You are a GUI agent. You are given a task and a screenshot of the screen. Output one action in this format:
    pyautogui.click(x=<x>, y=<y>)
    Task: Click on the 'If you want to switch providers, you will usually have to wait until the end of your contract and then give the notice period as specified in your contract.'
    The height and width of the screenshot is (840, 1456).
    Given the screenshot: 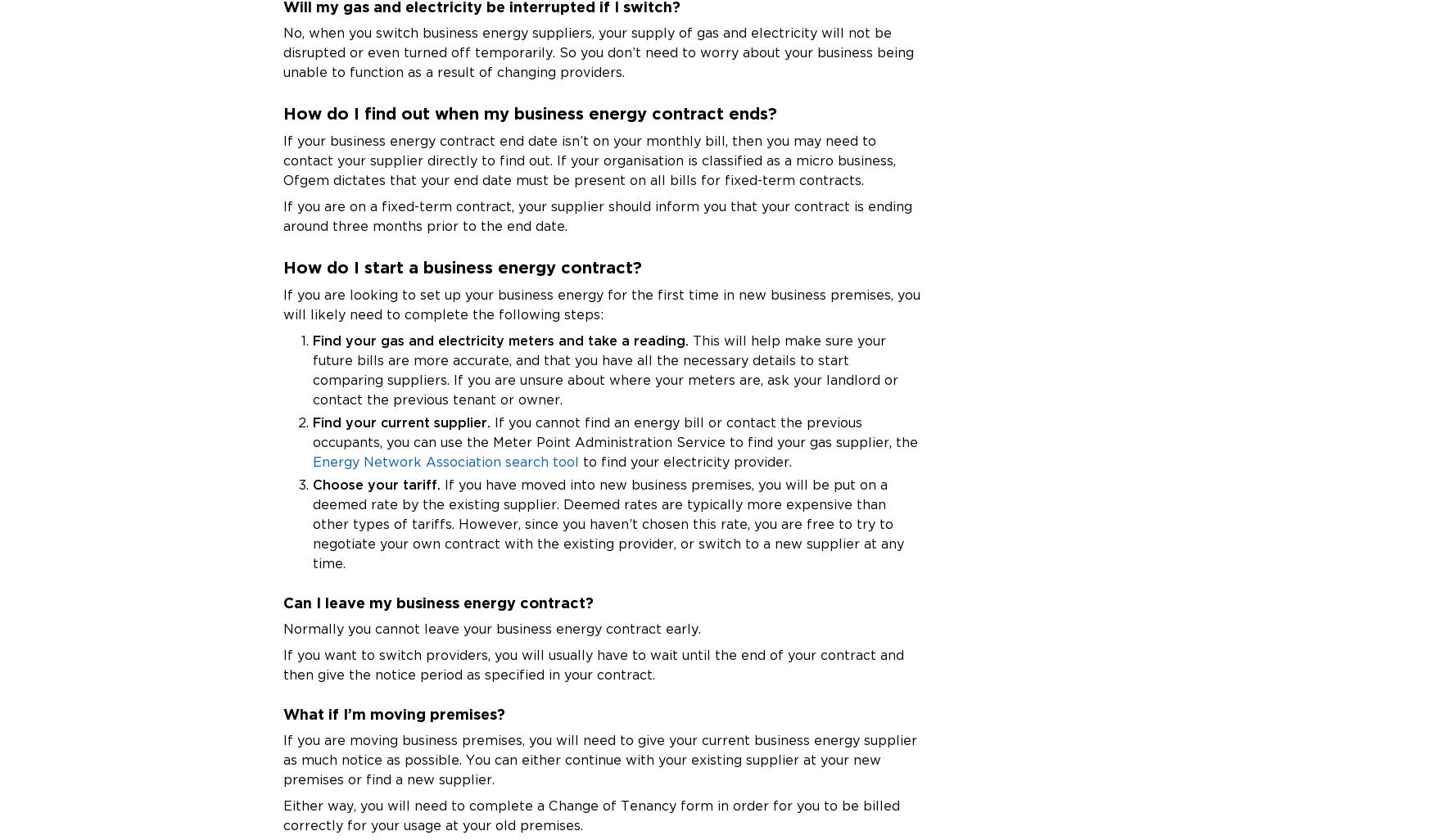 What is the action you would take?
    pyautogui.click(x=282, y=663)
    